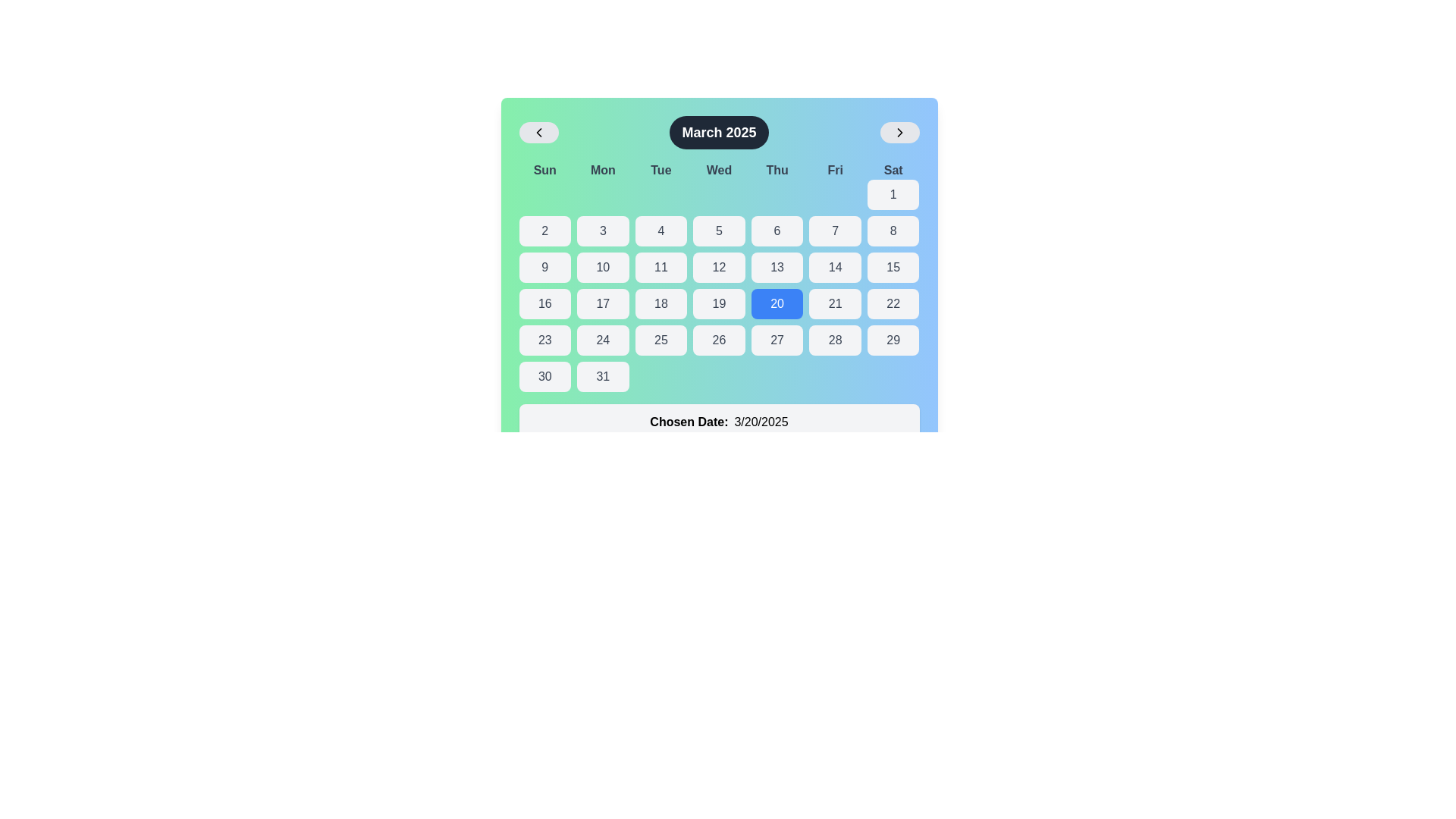 This screenshot has width=1456, height=819. I want to click on the Text label indicating 'Tue', which is the third element in the row of weekday labels in the calendar header, situated between 'Mon' and 'Wed', so click(661, 170).